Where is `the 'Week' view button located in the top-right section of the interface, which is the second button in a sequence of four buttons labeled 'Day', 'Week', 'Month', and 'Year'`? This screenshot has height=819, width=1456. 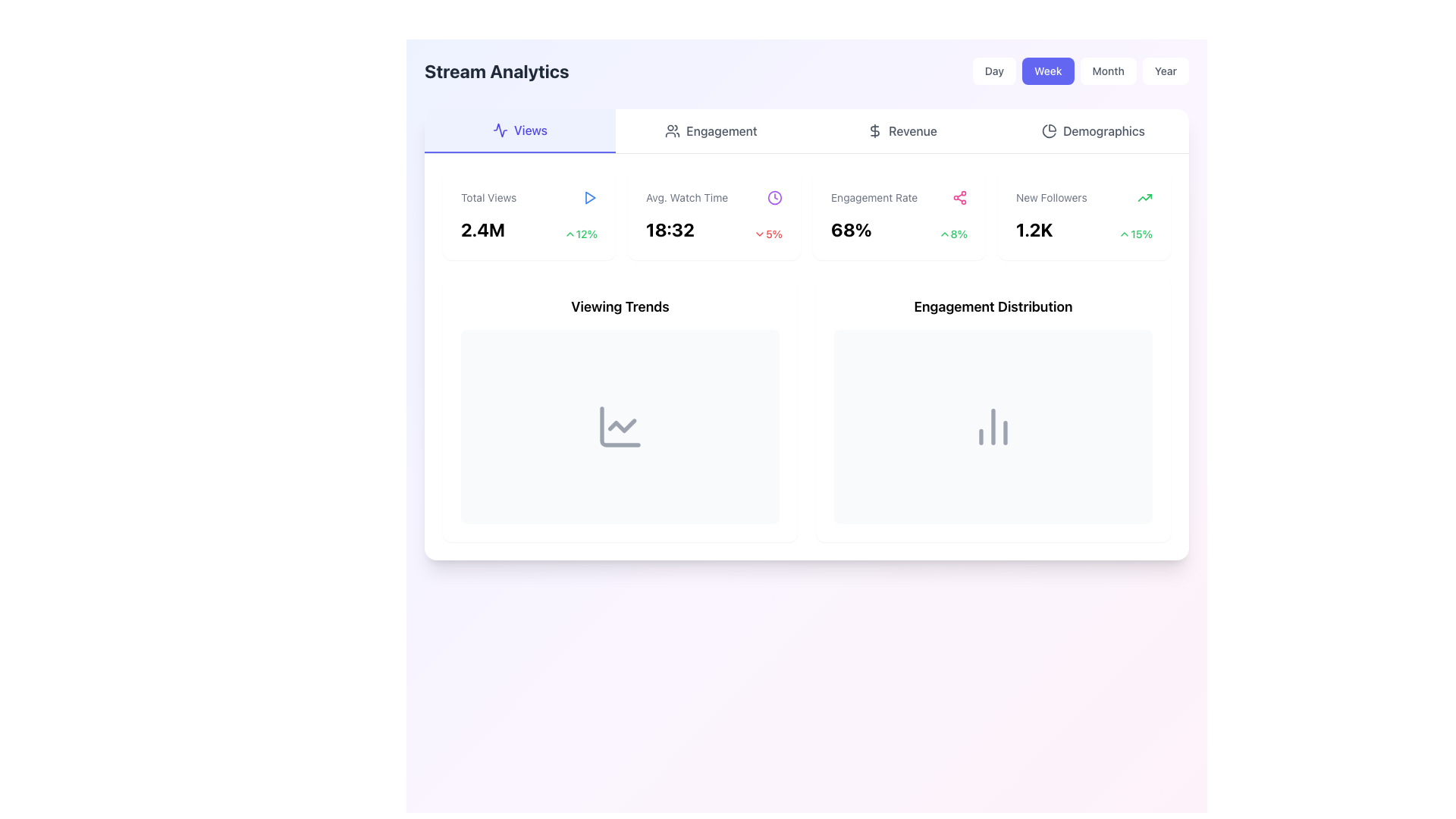
the 'Week' view button located in the top-right section of the interface, which is the second button in a sequence of four buttons labeled 'Day', 'Week', 'Month', and 'Year' is located at coordinates (1047, 71).